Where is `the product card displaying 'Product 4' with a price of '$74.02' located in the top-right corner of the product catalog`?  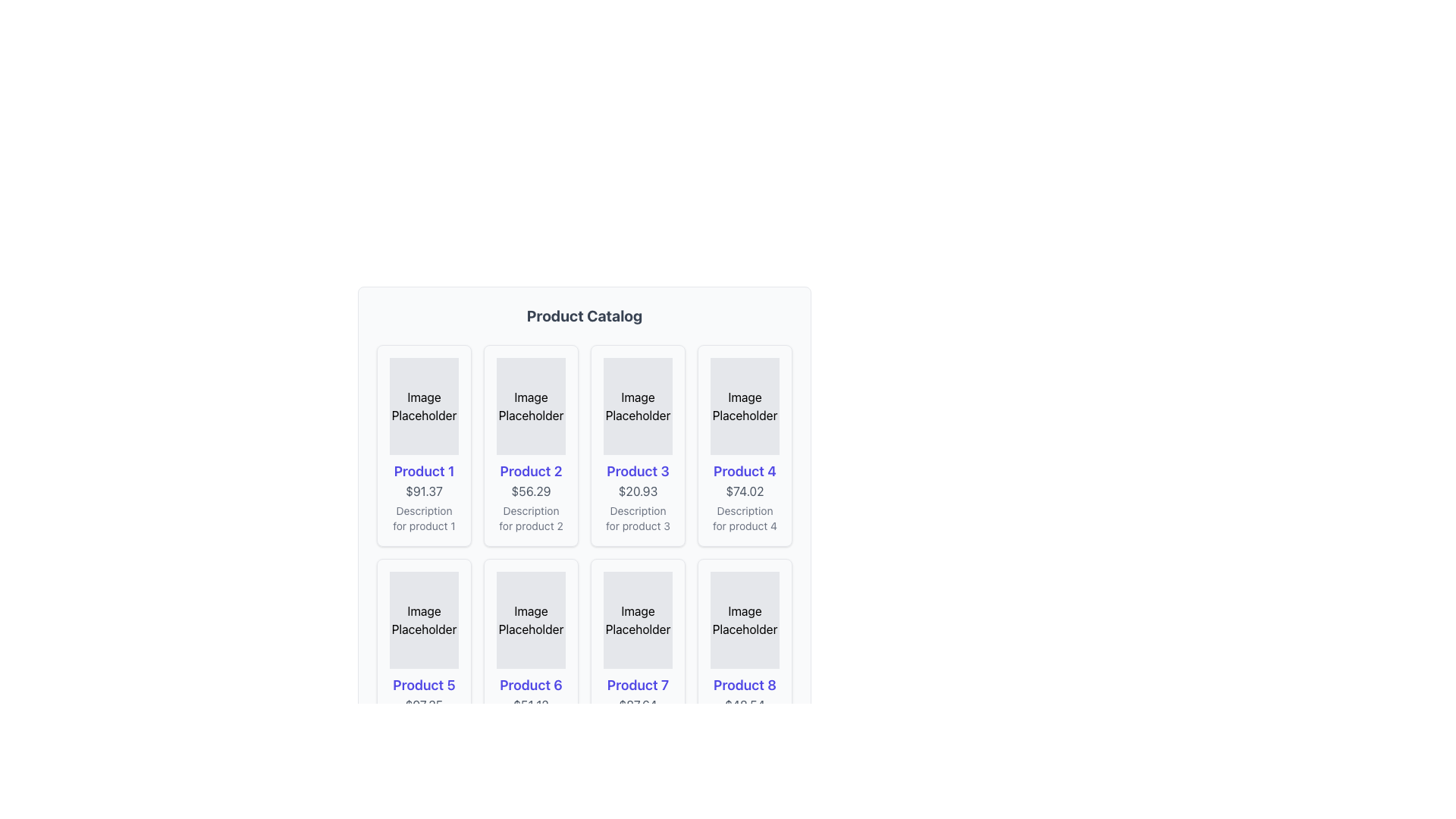 the product card displaying 'Product 4' with a price of '$74.02' located in the top-right corner of the product catalog is located at coordinates (745, 444).